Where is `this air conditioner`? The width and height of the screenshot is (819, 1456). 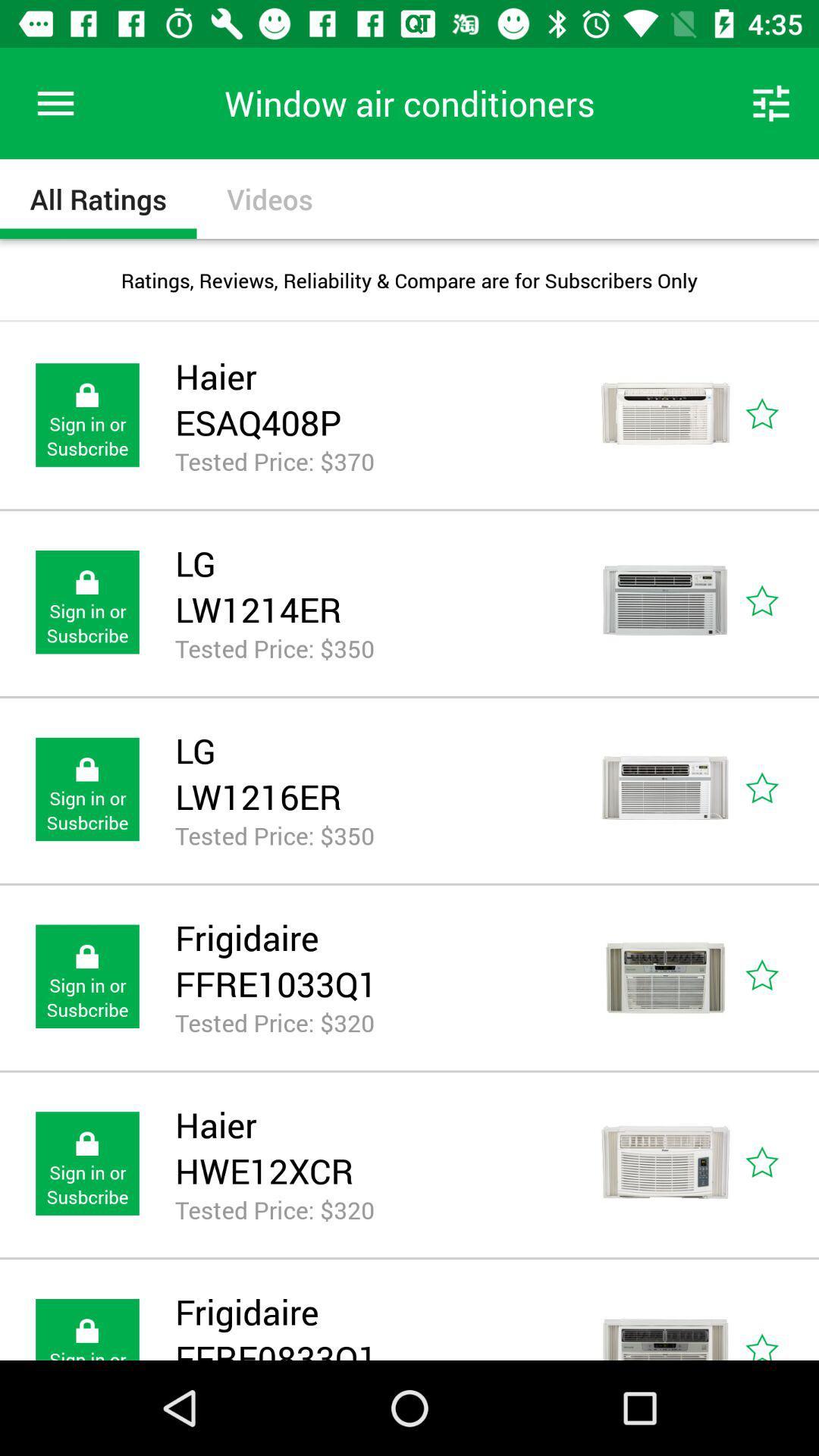 this air conditioner is located at coordinates (779, 789).